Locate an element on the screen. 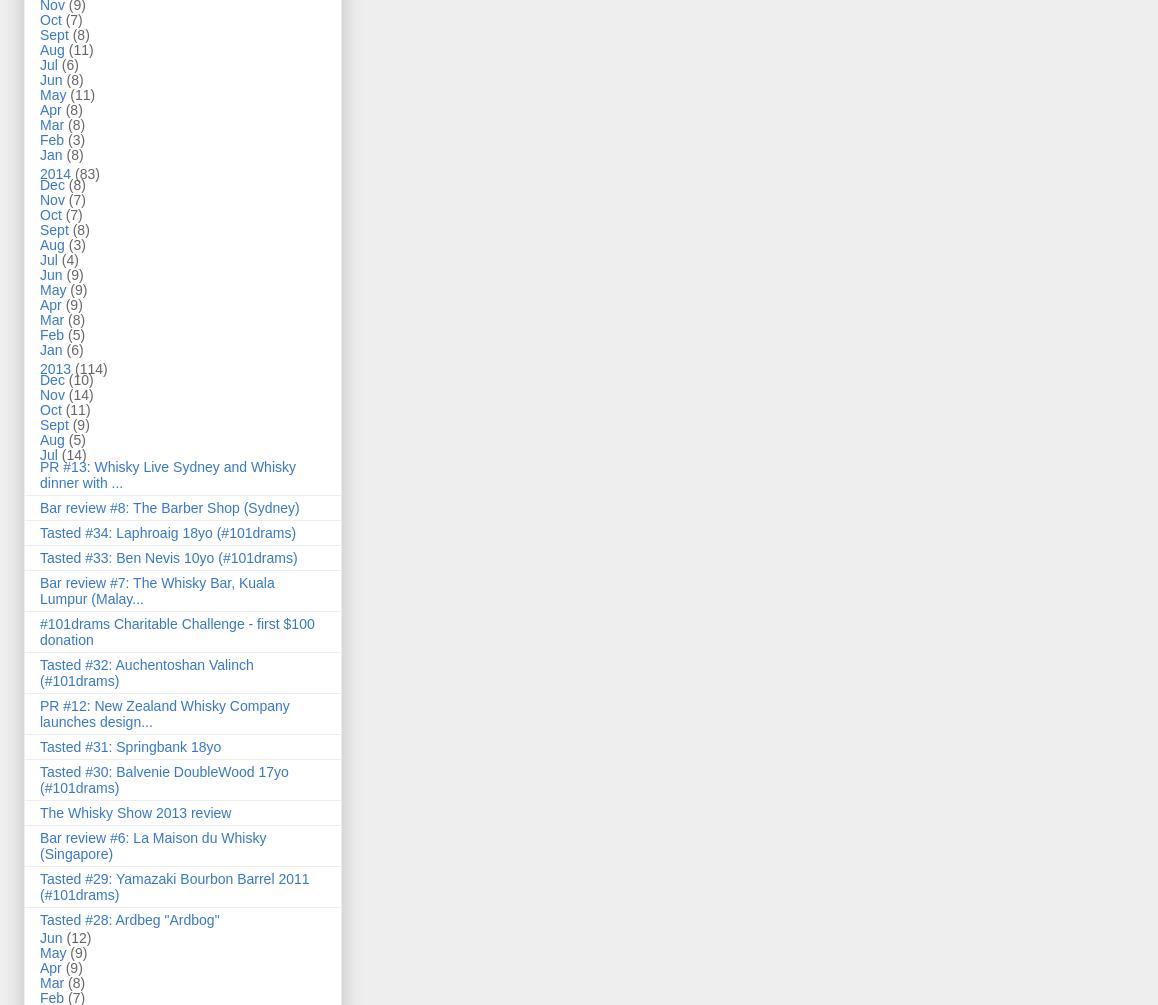 The width and height of the screenshot is (1158, 1005). 'Bar review #7: The Whisky Bar, Kuala Lumpur (Malay...' is located at coordinates (38, 589).